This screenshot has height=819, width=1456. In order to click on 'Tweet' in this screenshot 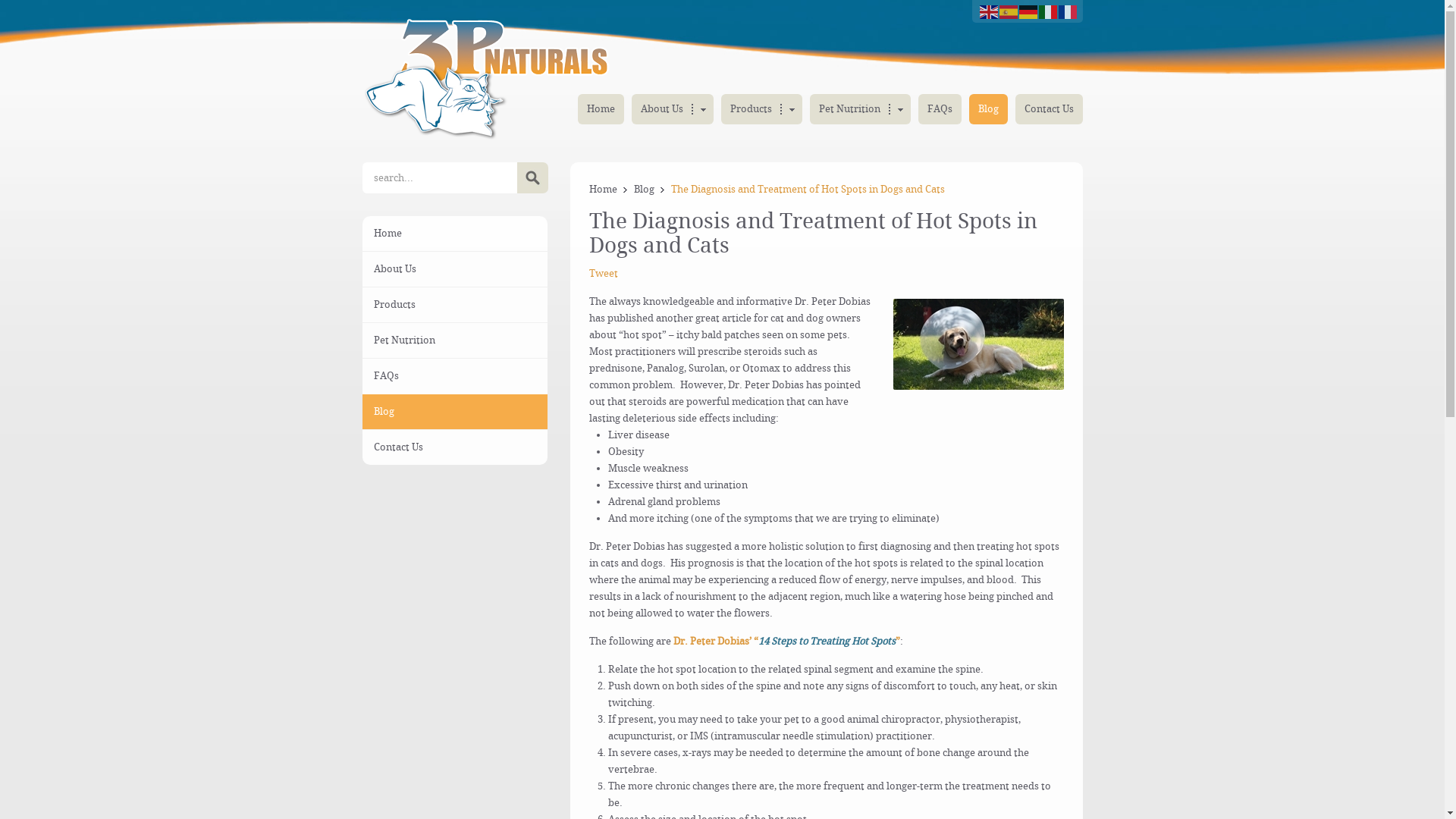, I will do `click(603, 273)`.